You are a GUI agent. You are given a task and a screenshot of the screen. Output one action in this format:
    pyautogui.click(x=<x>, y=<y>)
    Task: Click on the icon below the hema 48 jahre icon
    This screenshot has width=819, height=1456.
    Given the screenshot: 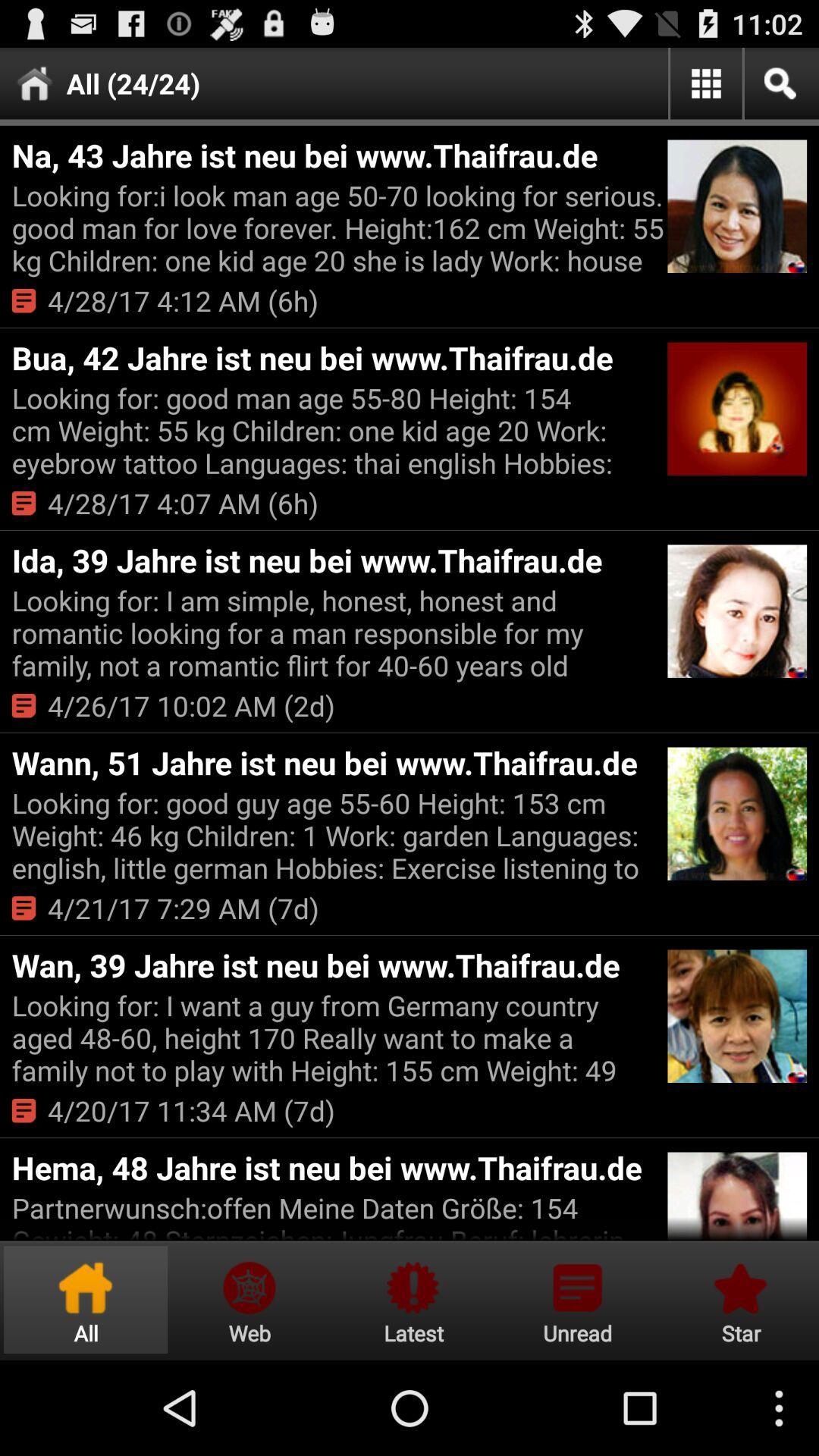 What is the action you would take?
    pyautogui.click(x=337, y=1215)
    